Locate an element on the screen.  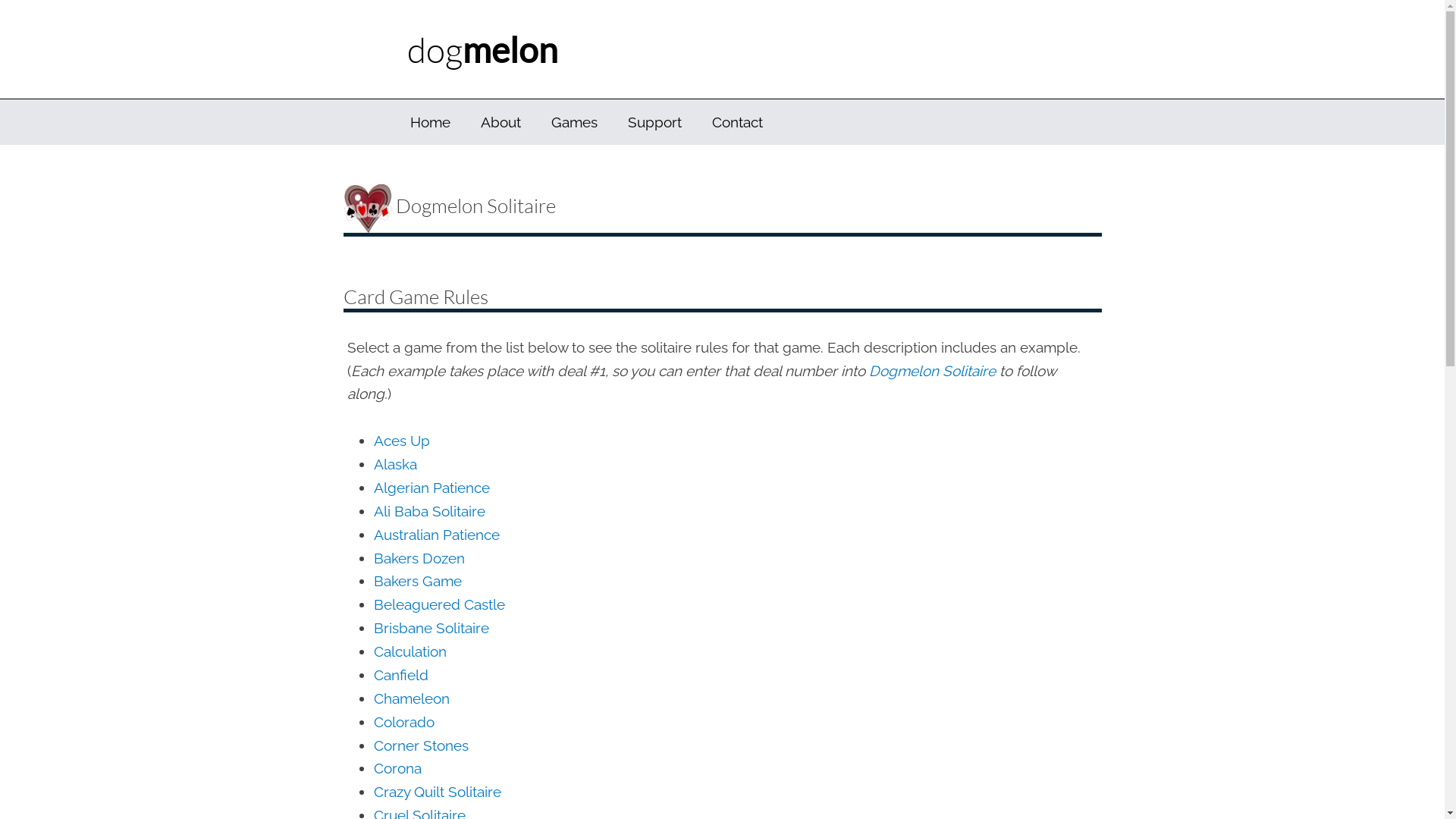
'Canfield' is located at coordinates (400, 674).